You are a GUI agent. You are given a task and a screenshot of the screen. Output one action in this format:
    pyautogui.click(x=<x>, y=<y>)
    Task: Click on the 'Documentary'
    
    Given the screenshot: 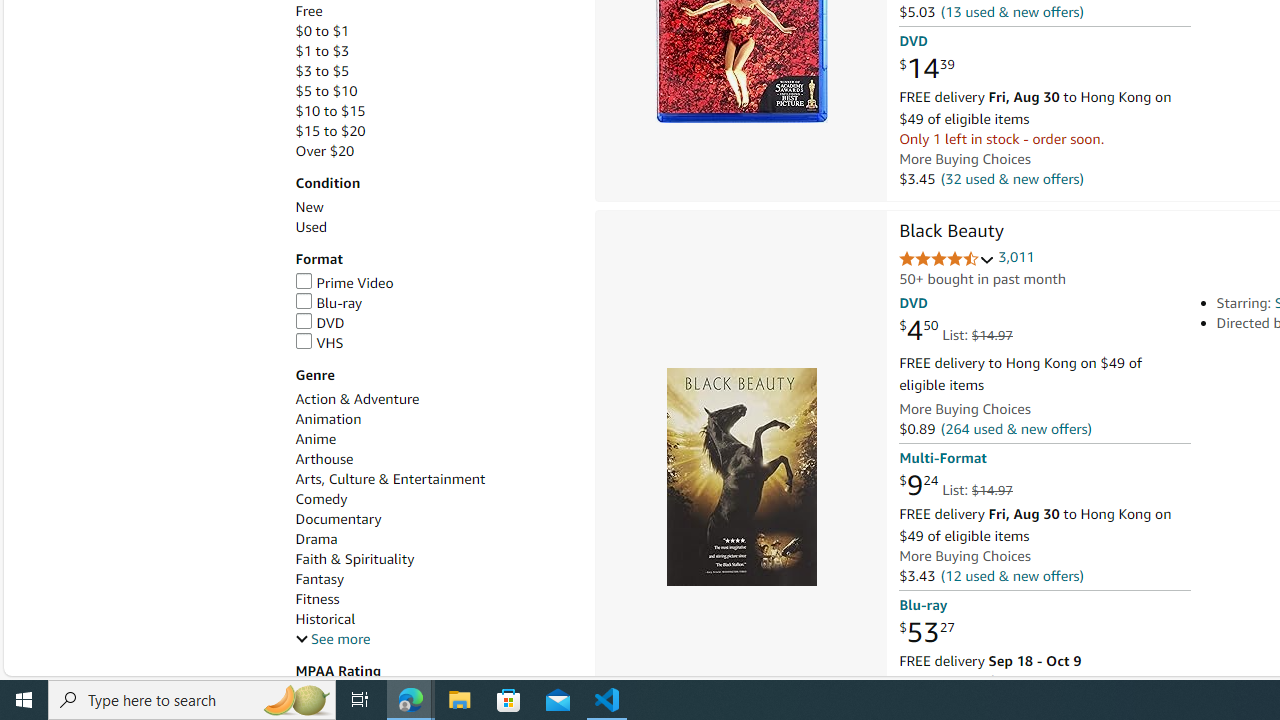 What is the action you would take?
    pyautogui.click(x=337, y=518)
    